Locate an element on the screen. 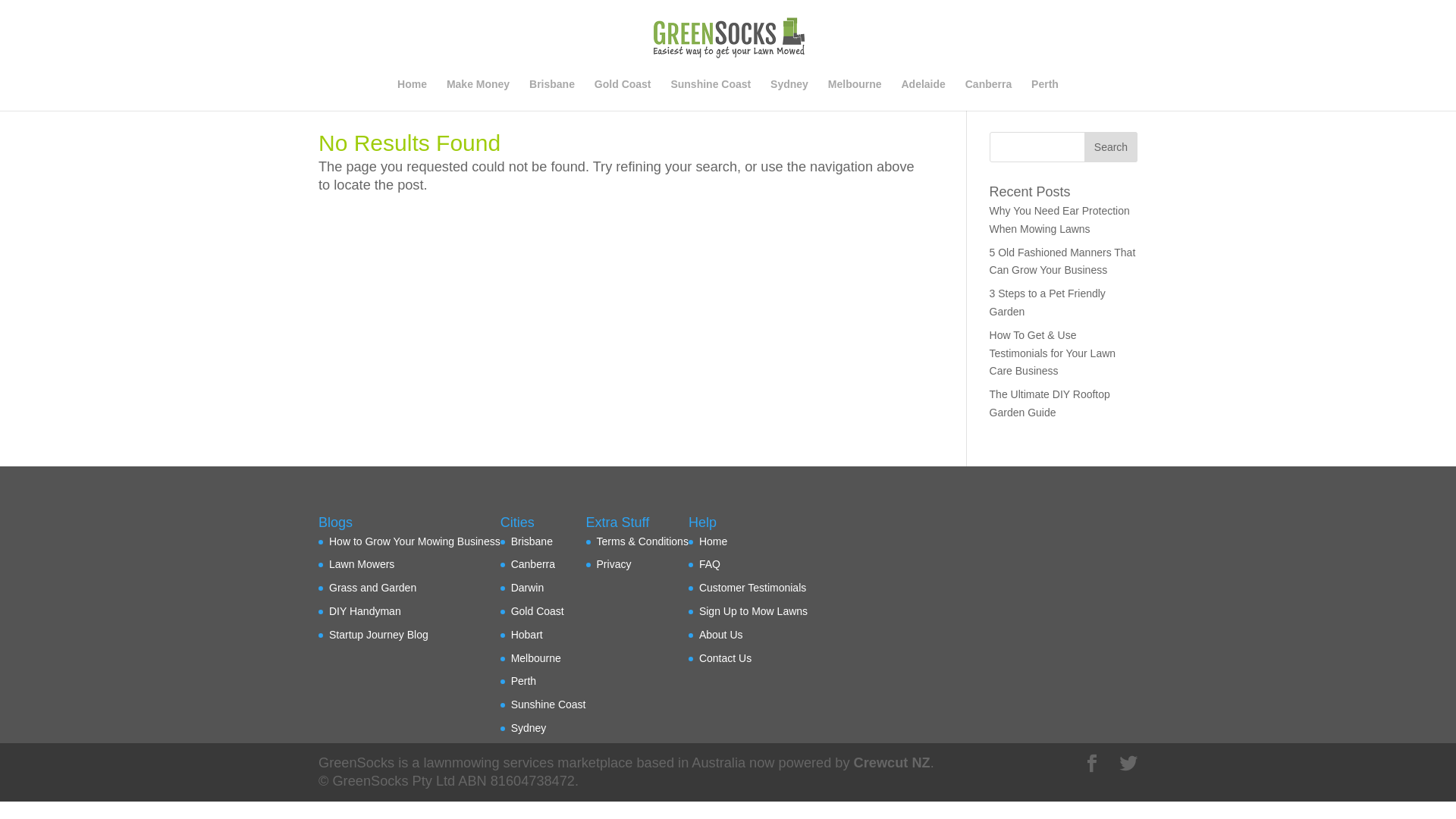 Image resolution: width=1456 pixels, height=819 pixels. '5 Old Fashioned Manners That Can Grow Your Business' is located at coordinates (990, 260).